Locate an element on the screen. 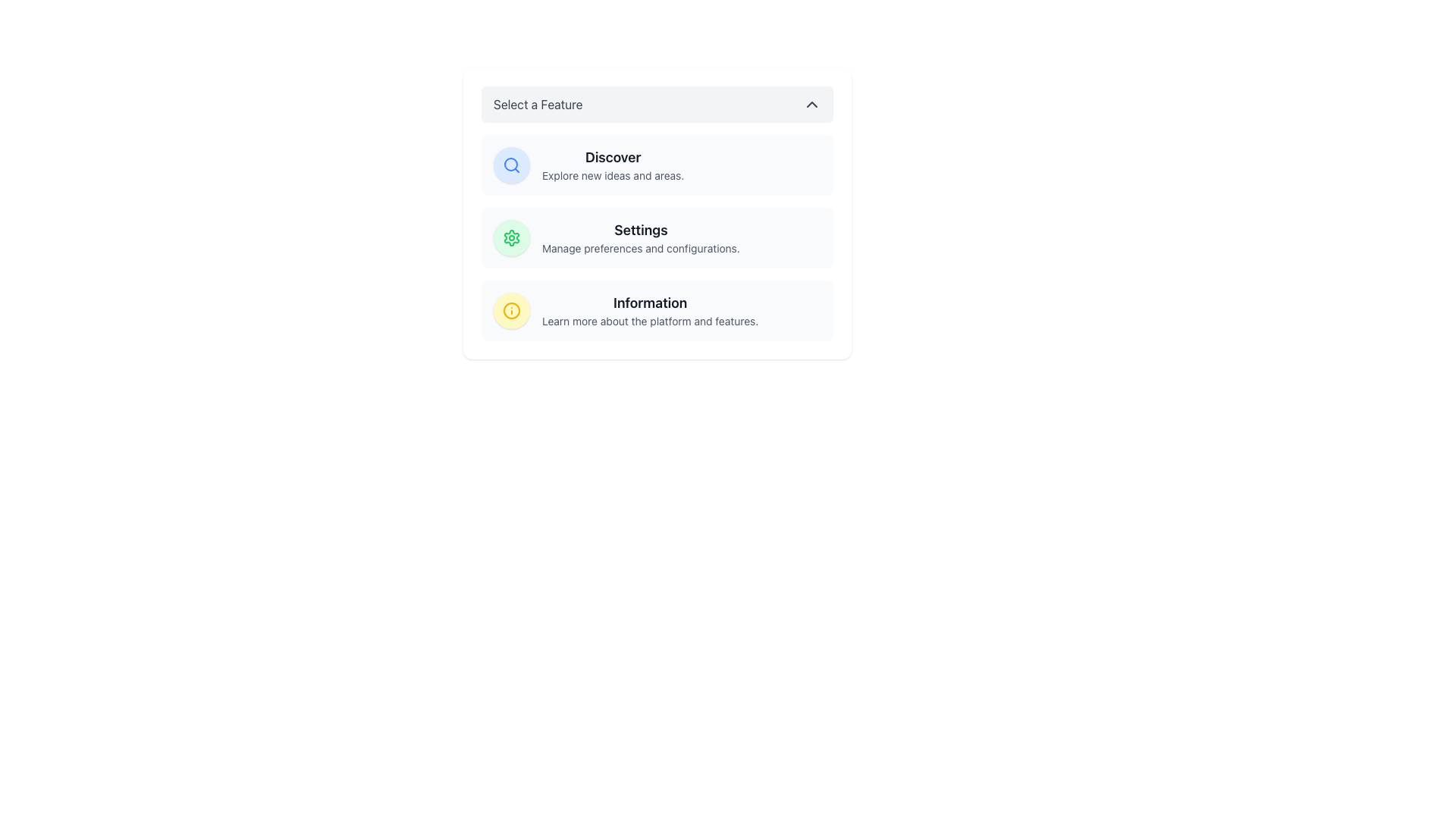 The height and width of the screenshot is (819, 1456). the second item in the vertical list titled 'Select a Feature' that allows access to settings and preferences is located at coordinates (657, 237).